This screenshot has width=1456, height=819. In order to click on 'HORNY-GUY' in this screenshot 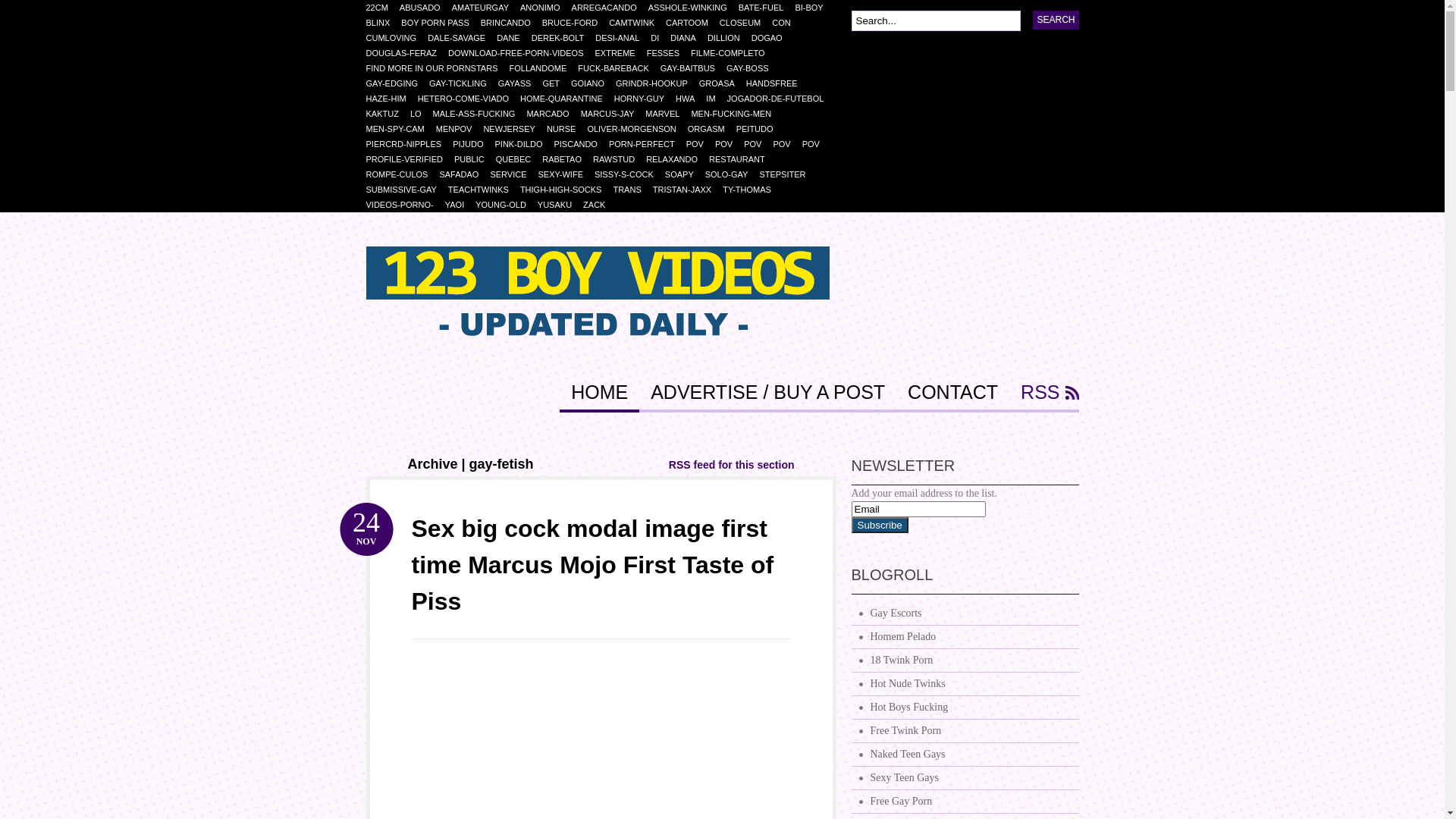, I will do `click(645, 99)`.